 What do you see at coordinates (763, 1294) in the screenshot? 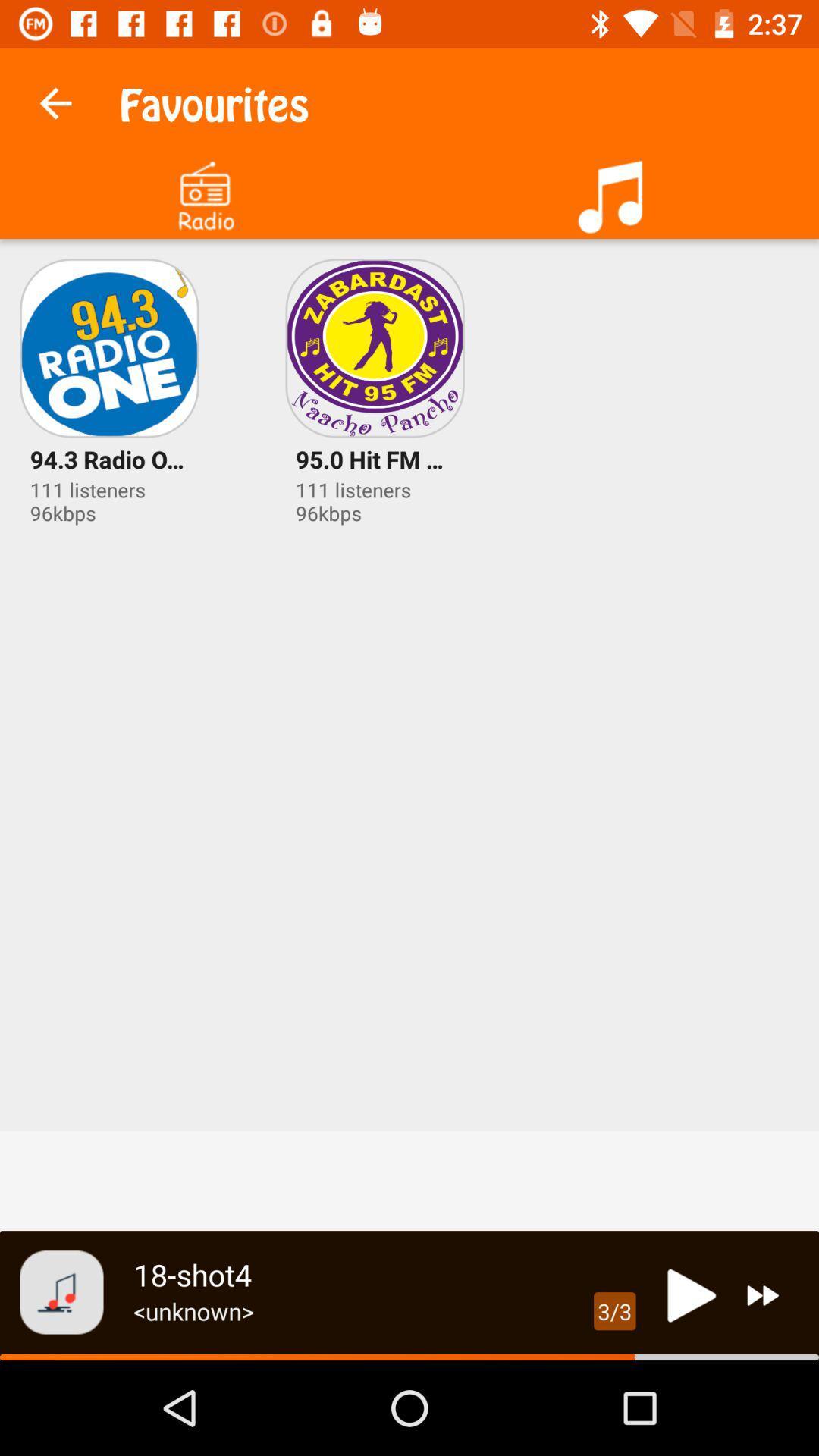
I see `the av_forward icon` at bounding box center [763, 1294].